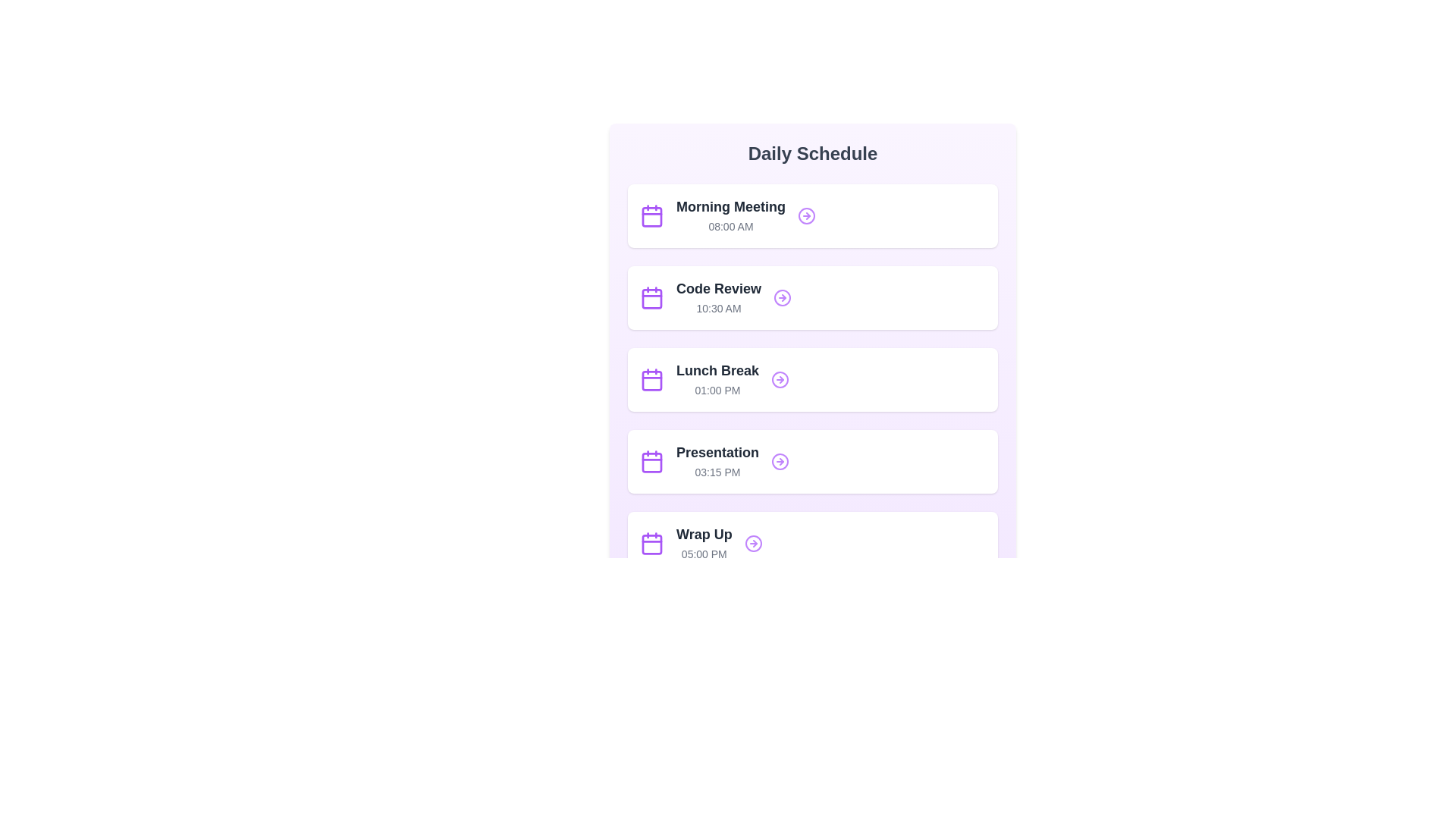 The height and width of the screenshot is (819, 1456). Describe the element at coordinates (703, 543) in the screenshot. I see `the text label grouping indicating the scheduled activity titled 'Wrap Up' at 5:00 PM, located at the bottom of the vertically aligned list` at that location.